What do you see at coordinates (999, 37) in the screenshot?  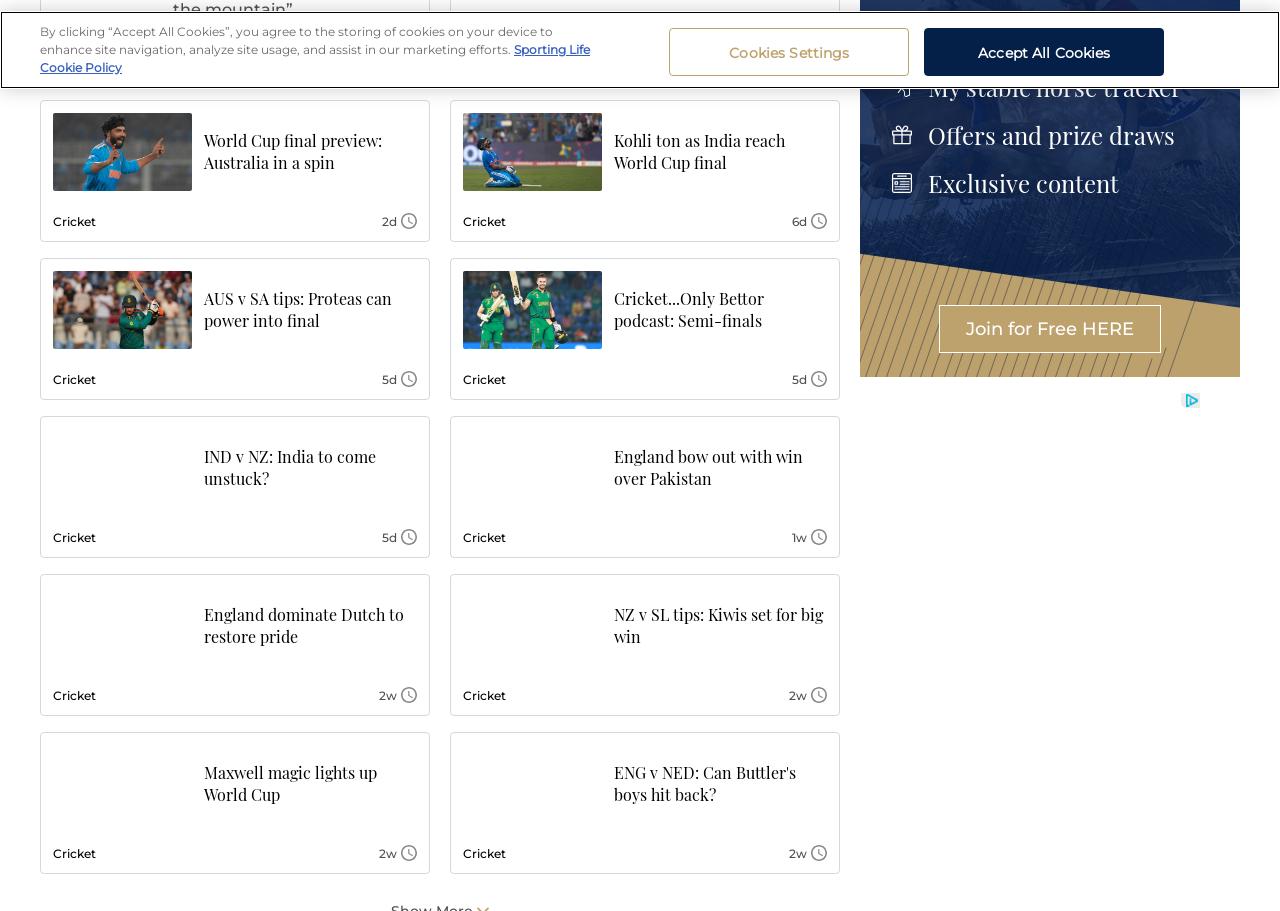 I see `'Race Replays'` at bounding box center [999, 37].